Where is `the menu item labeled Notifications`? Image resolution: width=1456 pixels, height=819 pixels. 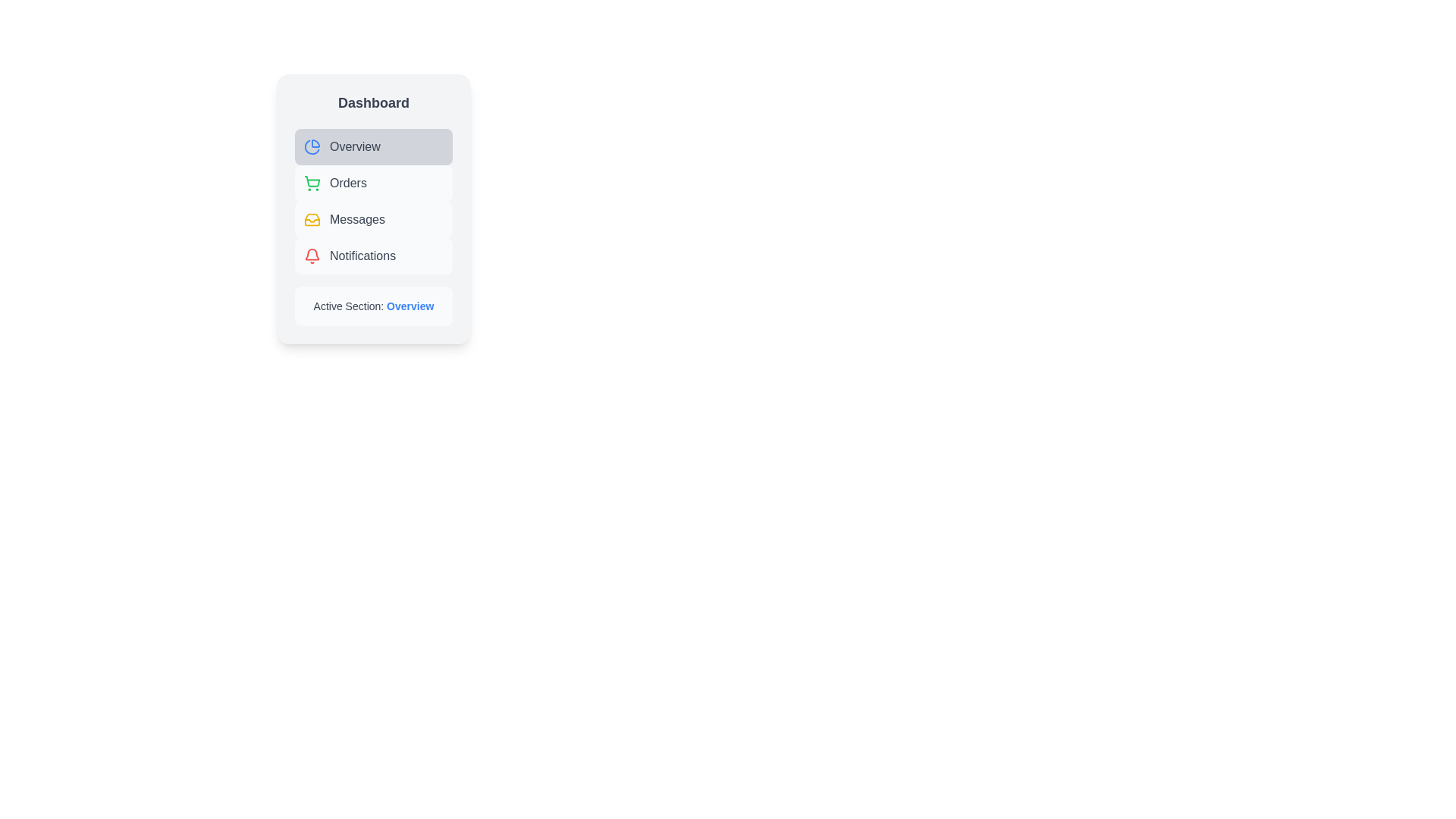 the menu item labeled Notifications is located at coordinates (374, 256).